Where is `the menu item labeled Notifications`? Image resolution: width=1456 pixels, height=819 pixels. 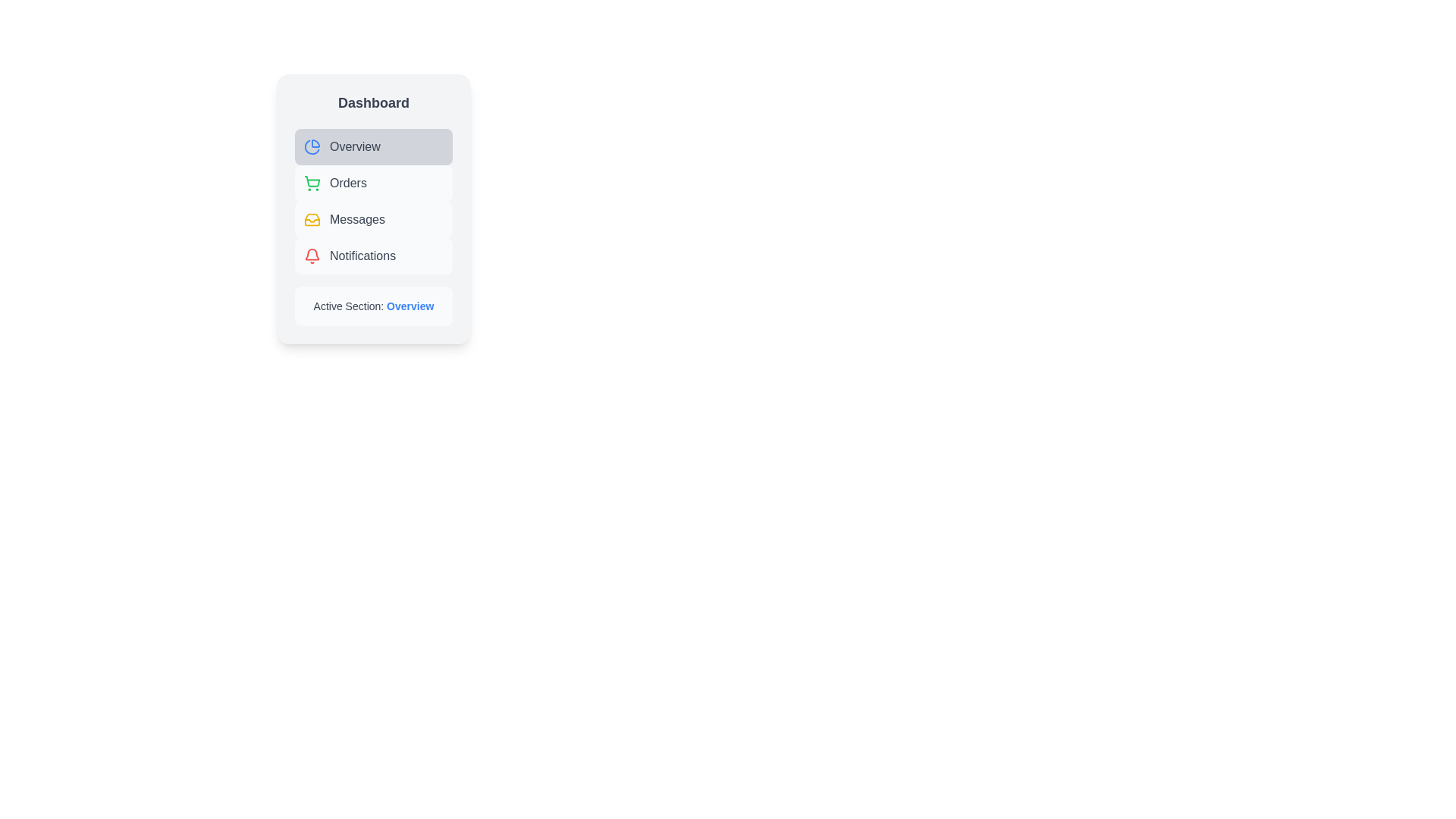 the menu item labeled Notifications is located at coordinates (374, 256).